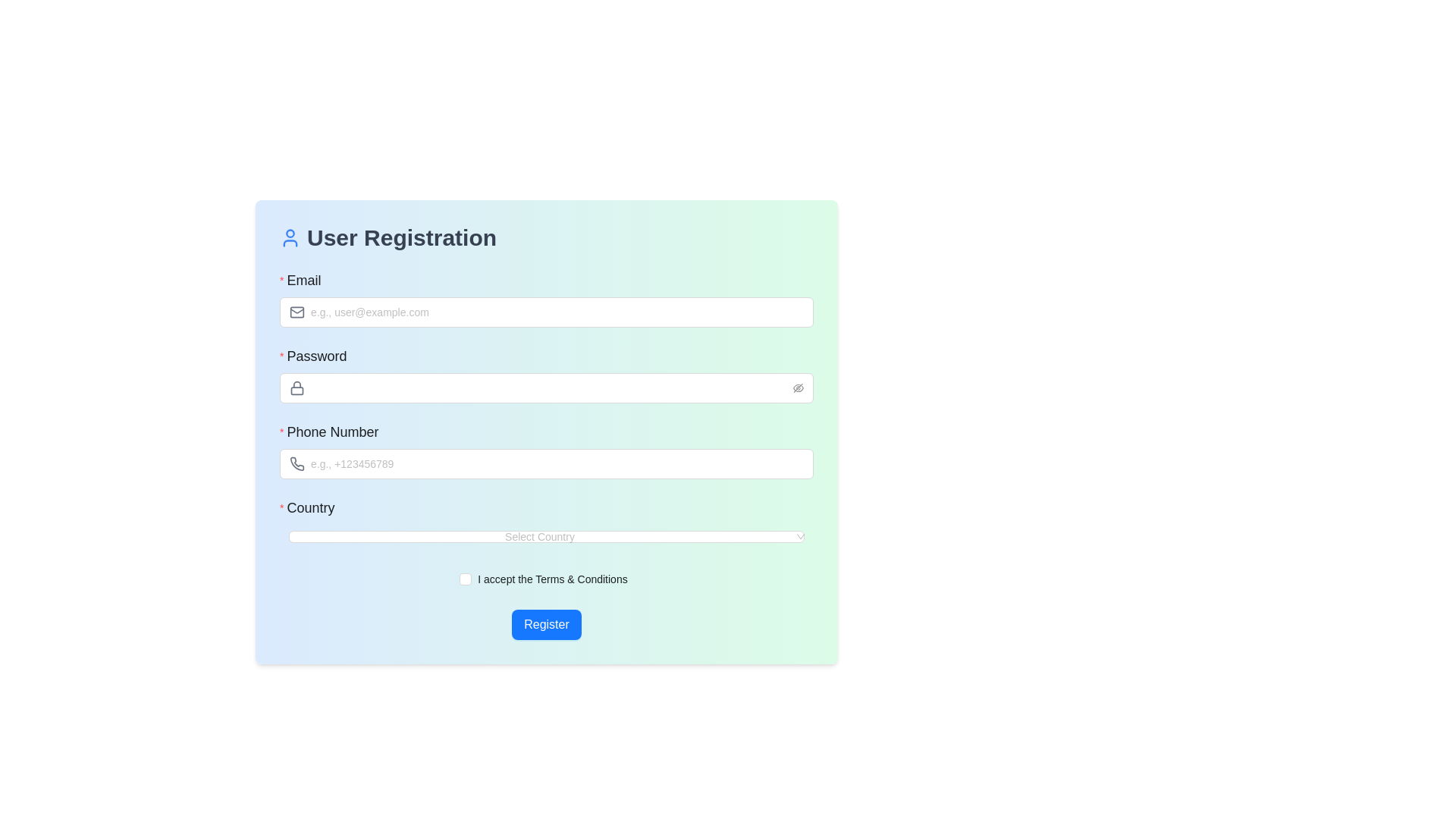 The height and width of the screenshot is (819, 1456). I want to click on the eye toggle button on the right side of the password input field, so click(546, 388).